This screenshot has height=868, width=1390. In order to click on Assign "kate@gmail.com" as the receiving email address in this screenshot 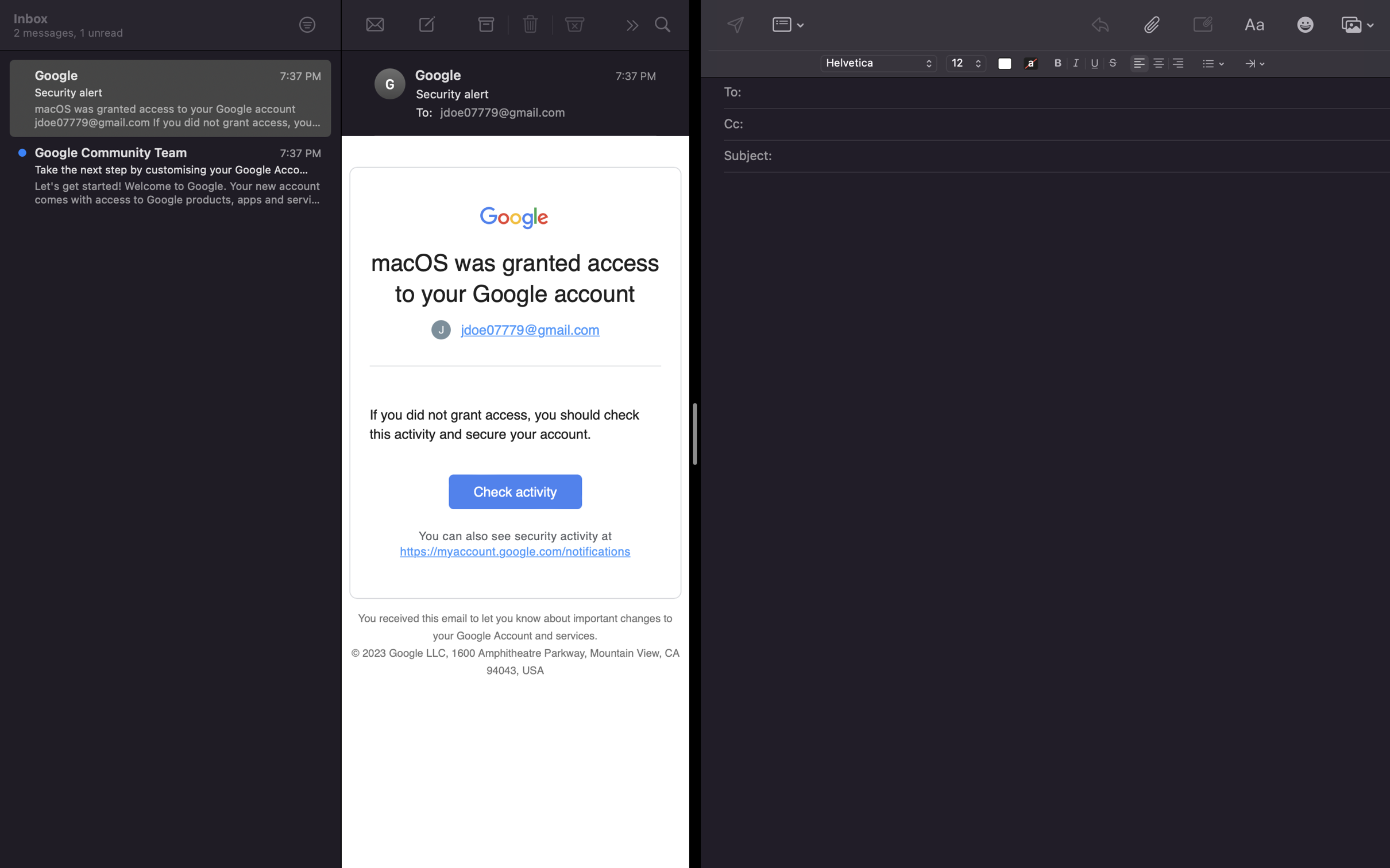, I will do `click(1065, 93)`.